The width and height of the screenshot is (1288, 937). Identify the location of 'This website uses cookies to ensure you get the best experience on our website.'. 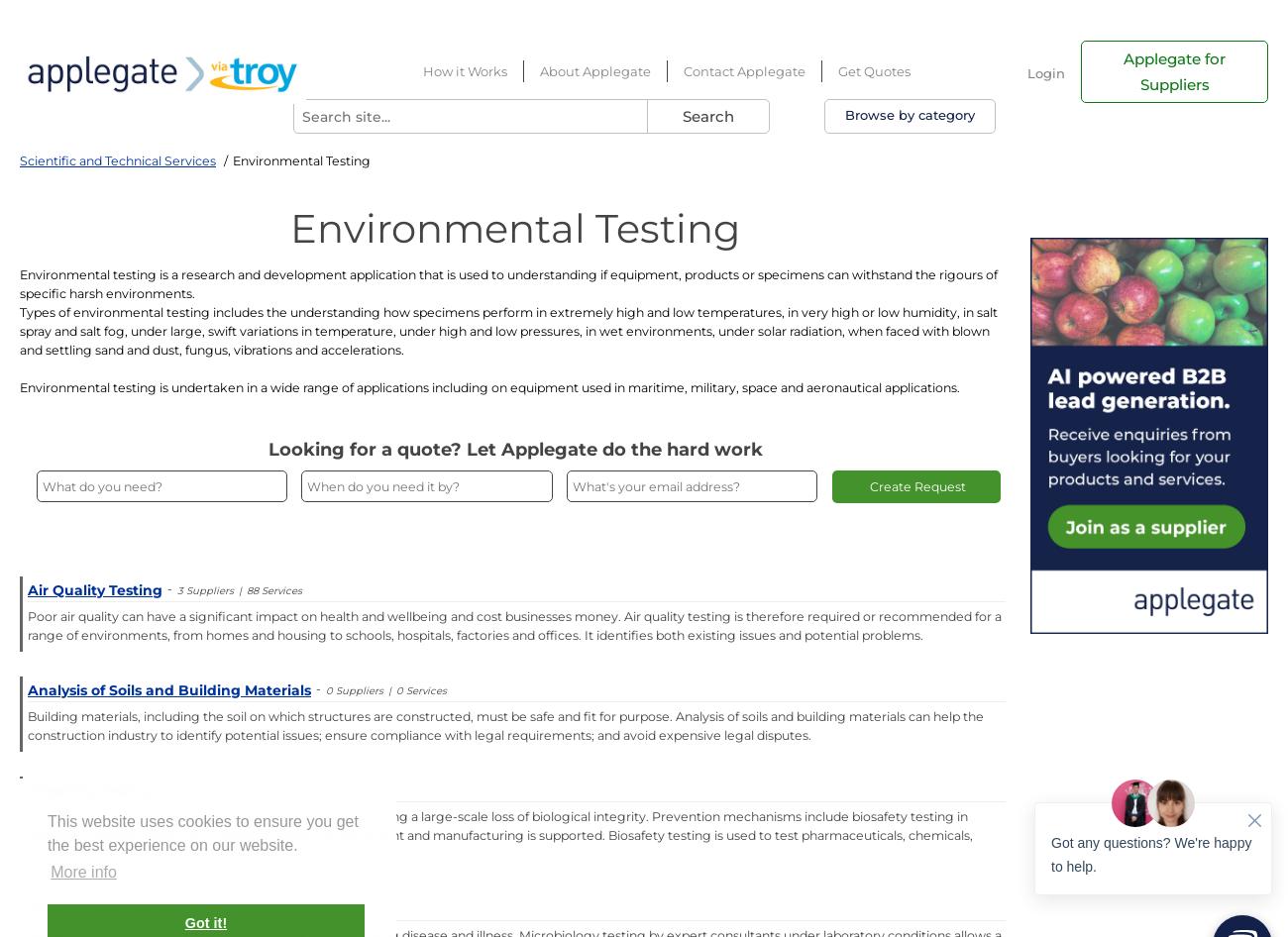
(202, 833).